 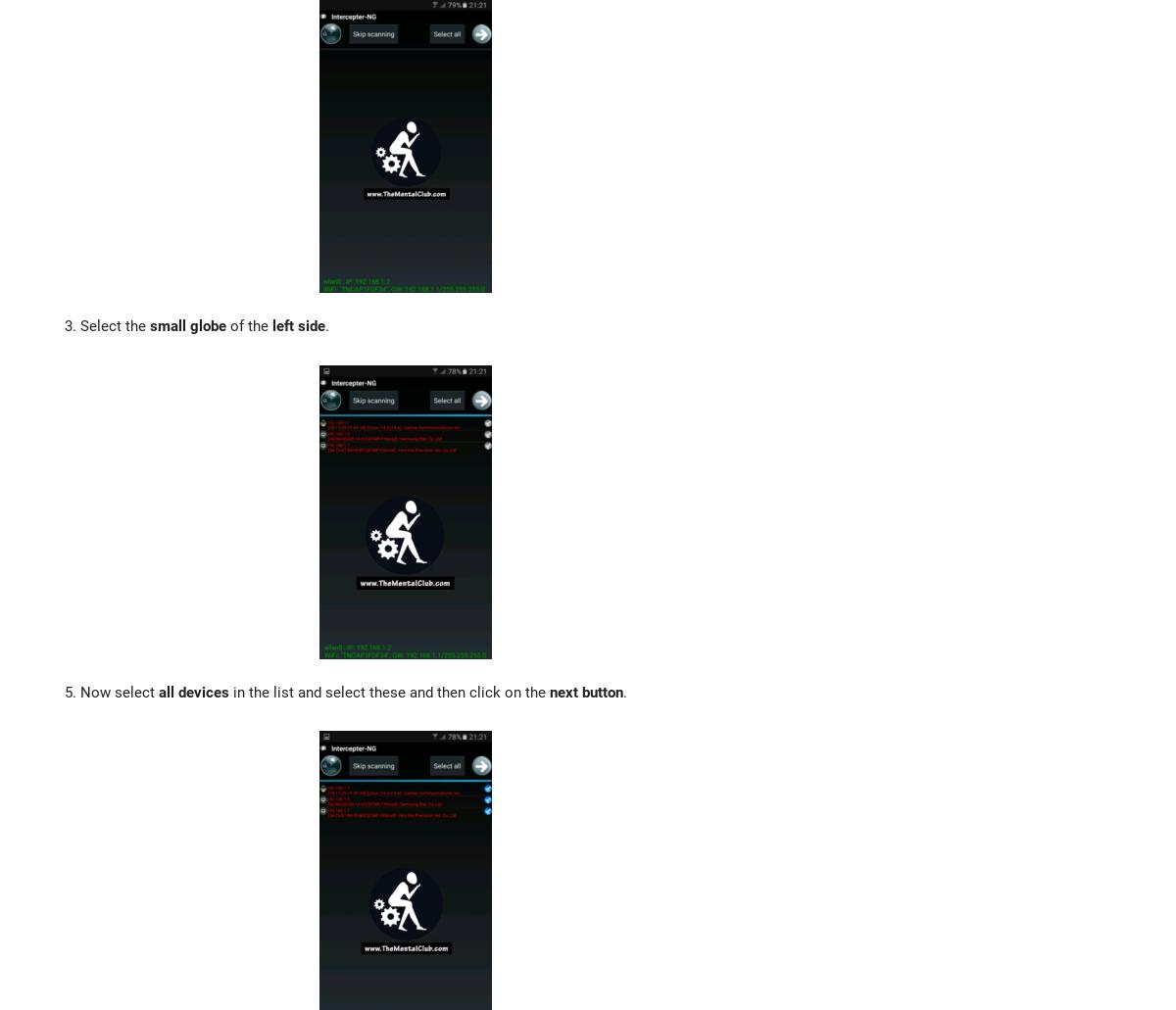 What do you see at coordinates (312, 325) in the screenshot?
I see `'side'` at bounding box center [312, 325].